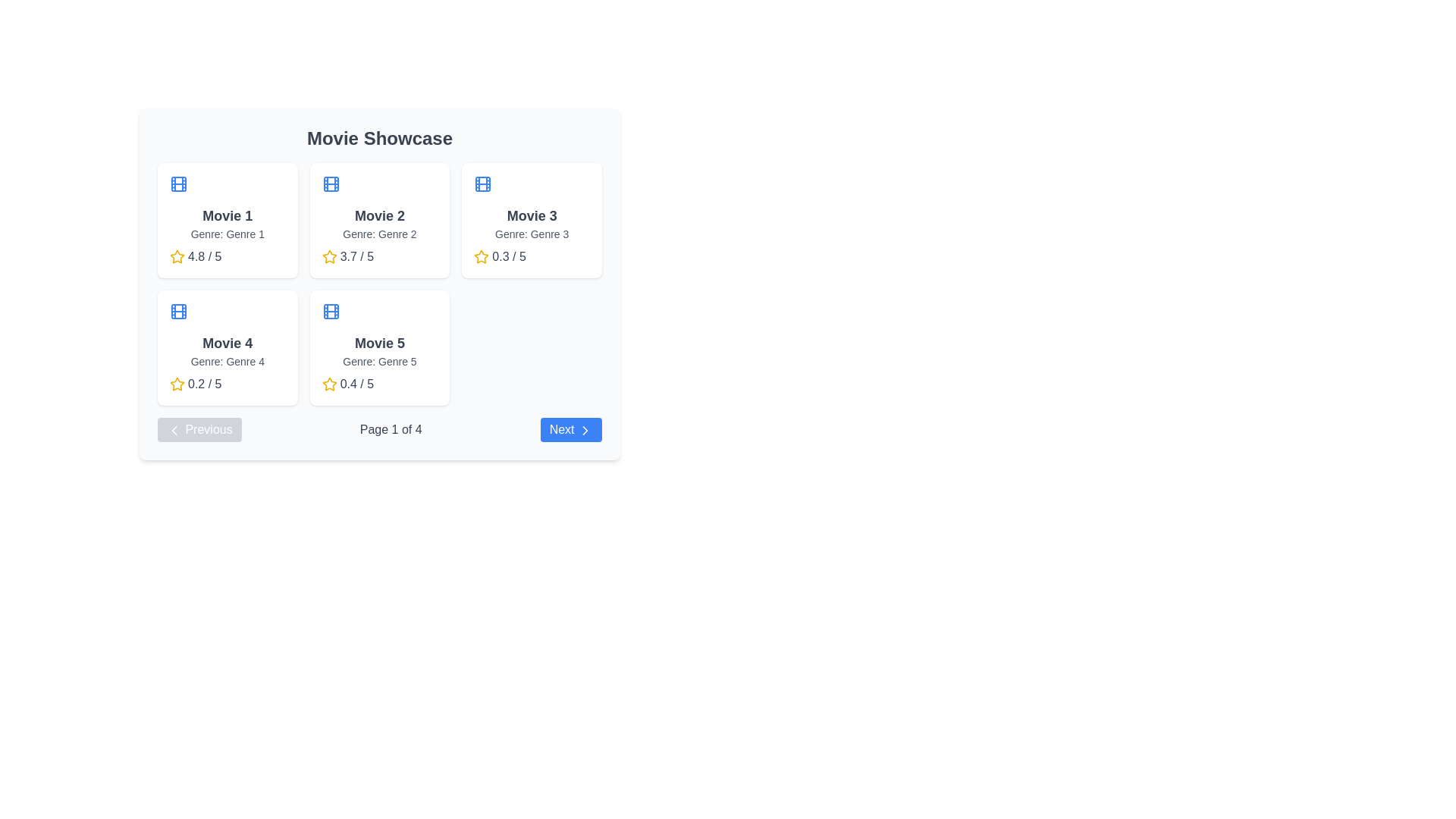 Image resolution: width=1456 pixels, height=819 pixels. Describe the element at coordinates (328, 383) in the screenshot. I see `the yellow star-shaped icon indicating a rating of '0.4 / 5' for 'Movie 5' located in the lower-right card of a five-card grid layout` at that location.